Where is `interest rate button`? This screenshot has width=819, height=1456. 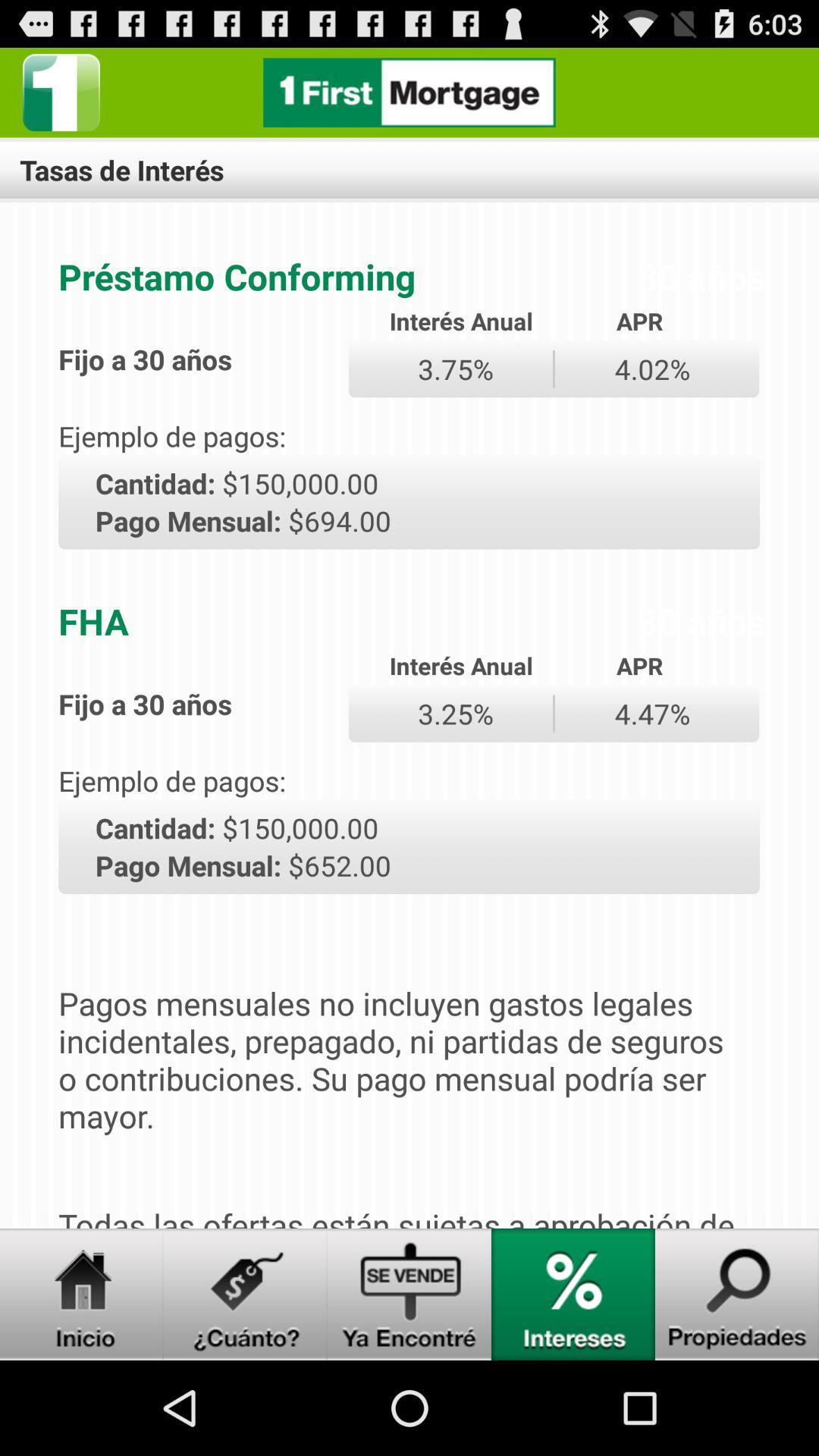 interest rate button is located at coordinates (573, 1294).